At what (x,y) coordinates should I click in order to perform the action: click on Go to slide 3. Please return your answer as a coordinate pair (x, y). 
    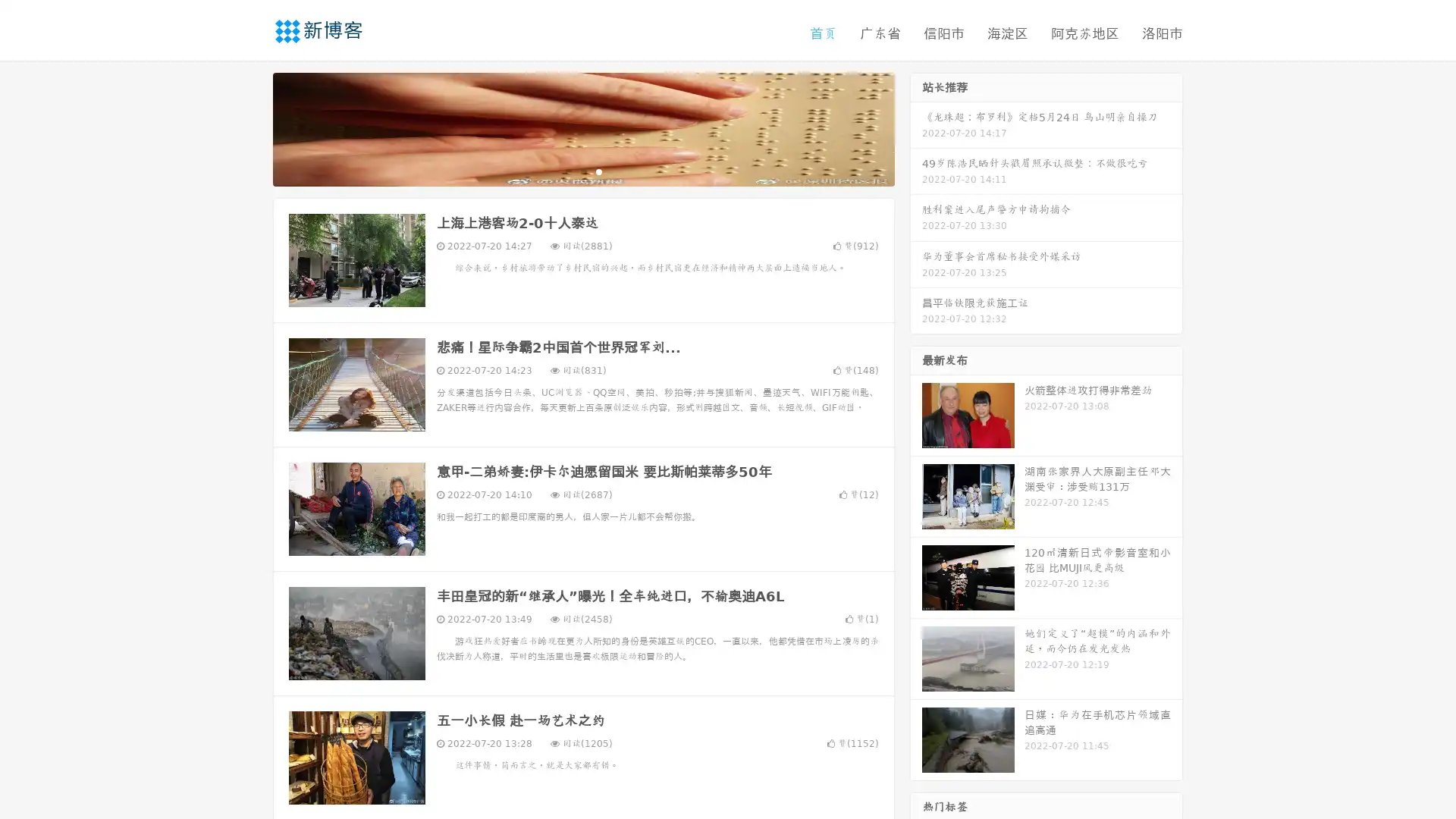
    Looking at the image, I should click on (598, 171).